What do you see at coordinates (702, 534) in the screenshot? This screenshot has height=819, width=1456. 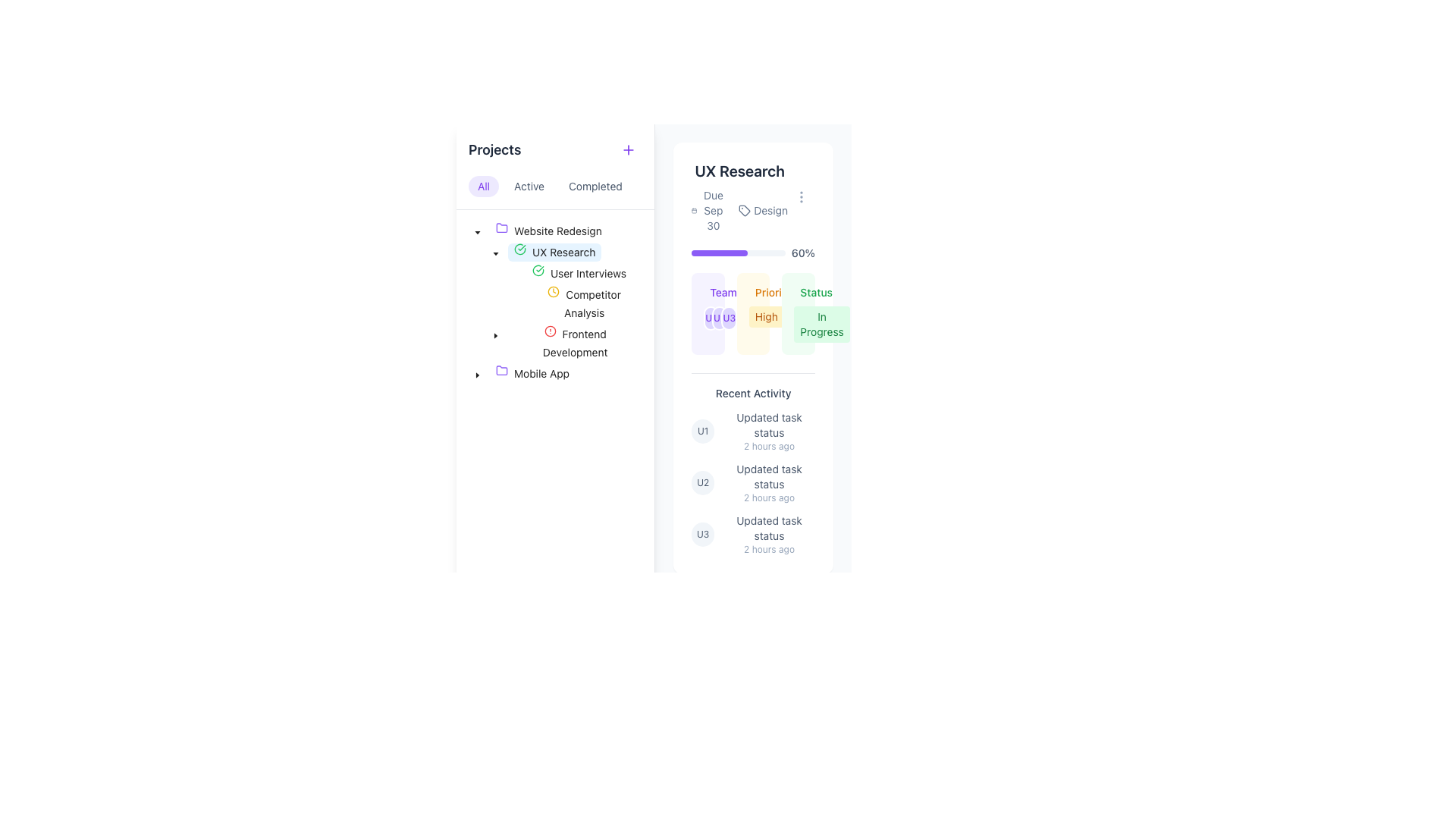 I see `the text label displaying 'U3', located at the top-left corner of the 'Team' section, which is styled with a compact font size` at bounding box center [702, 534].